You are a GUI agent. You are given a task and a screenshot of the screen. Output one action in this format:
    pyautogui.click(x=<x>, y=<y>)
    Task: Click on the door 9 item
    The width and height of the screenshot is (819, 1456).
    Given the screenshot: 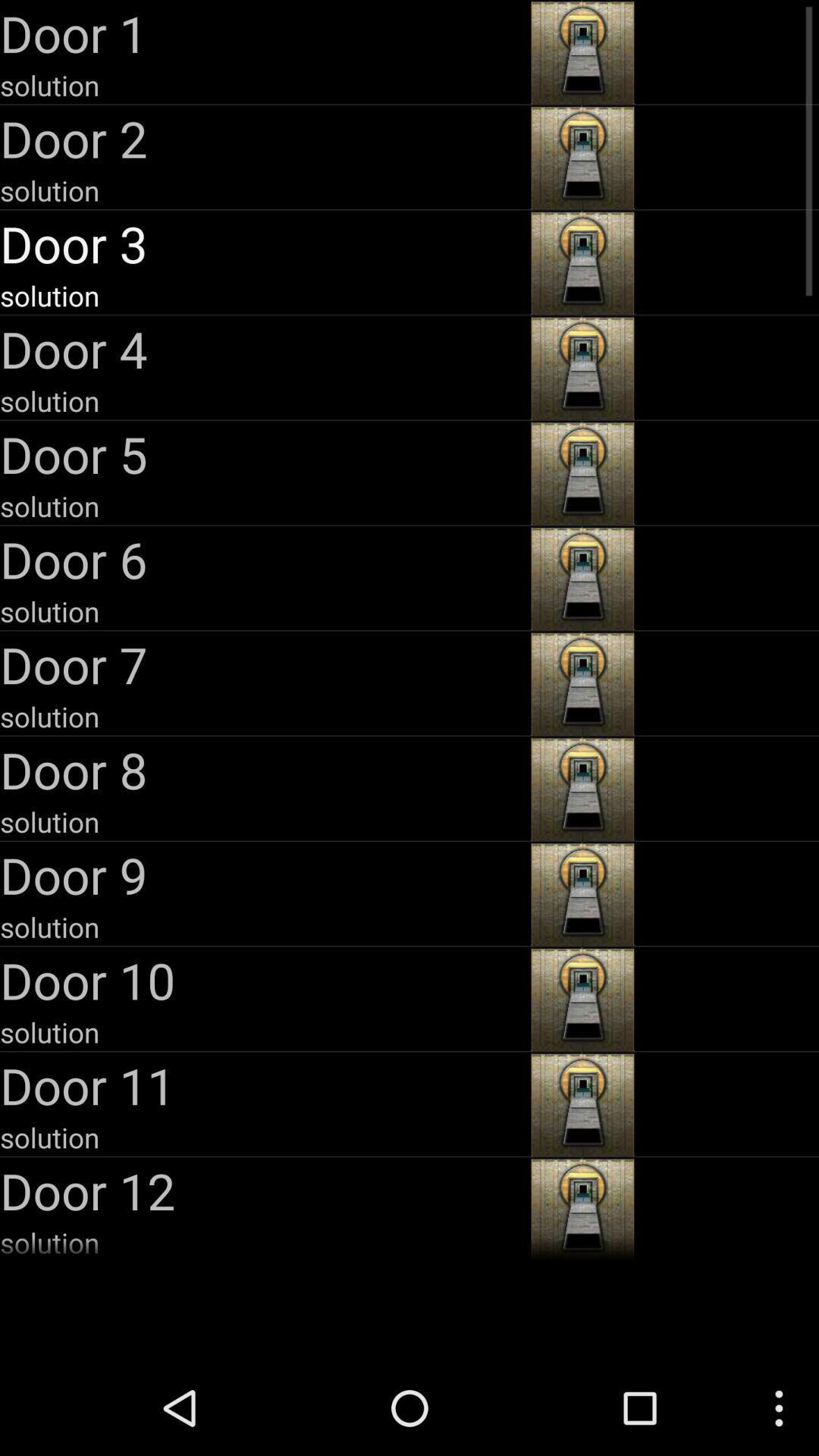 What is the action you would take?
    pyautogui.click(x=262, y=874)
    